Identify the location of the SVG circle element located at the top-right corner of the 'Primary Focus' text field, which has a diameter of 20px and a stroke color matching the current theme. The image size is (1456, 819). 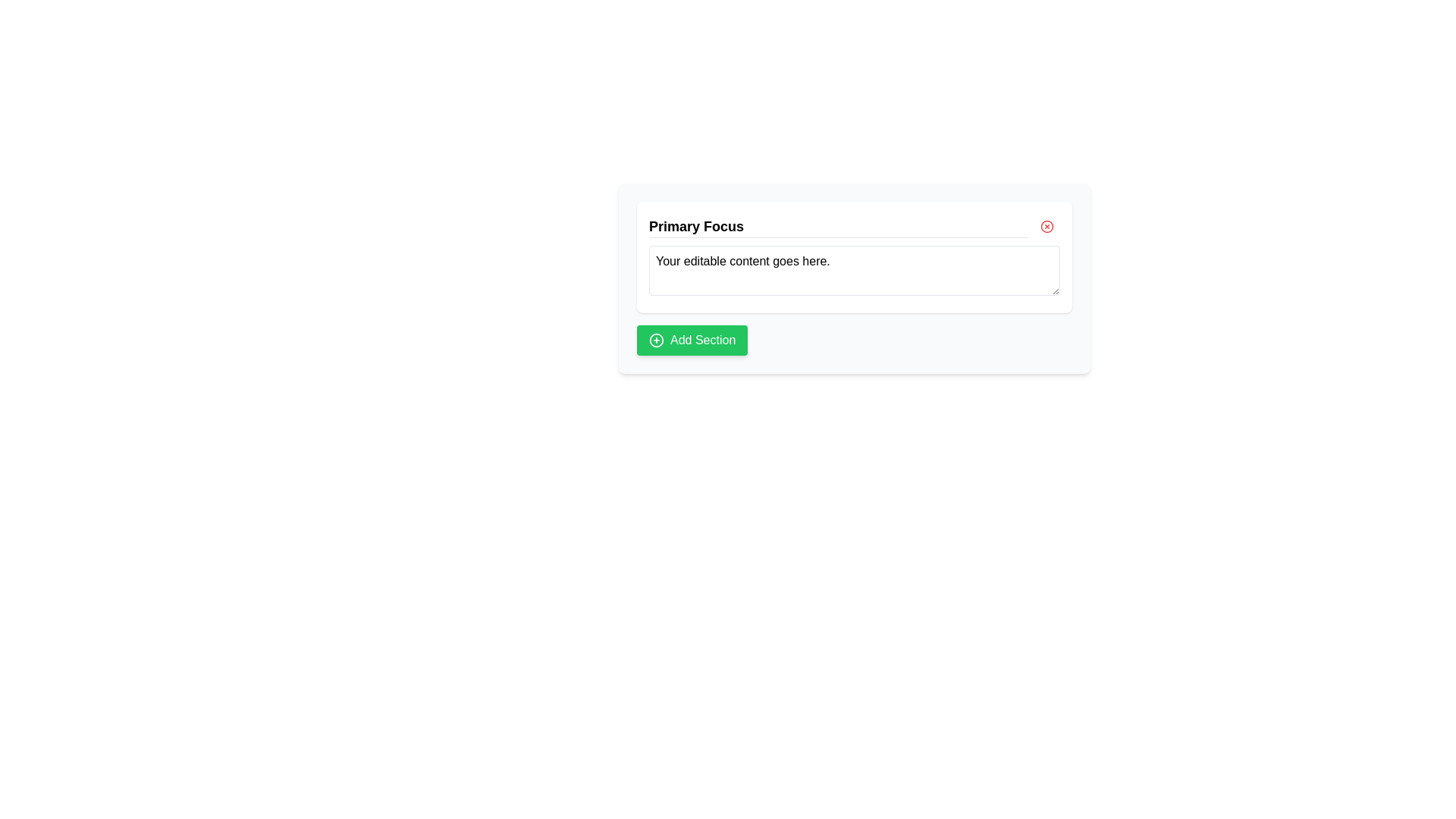
(1046, 227).